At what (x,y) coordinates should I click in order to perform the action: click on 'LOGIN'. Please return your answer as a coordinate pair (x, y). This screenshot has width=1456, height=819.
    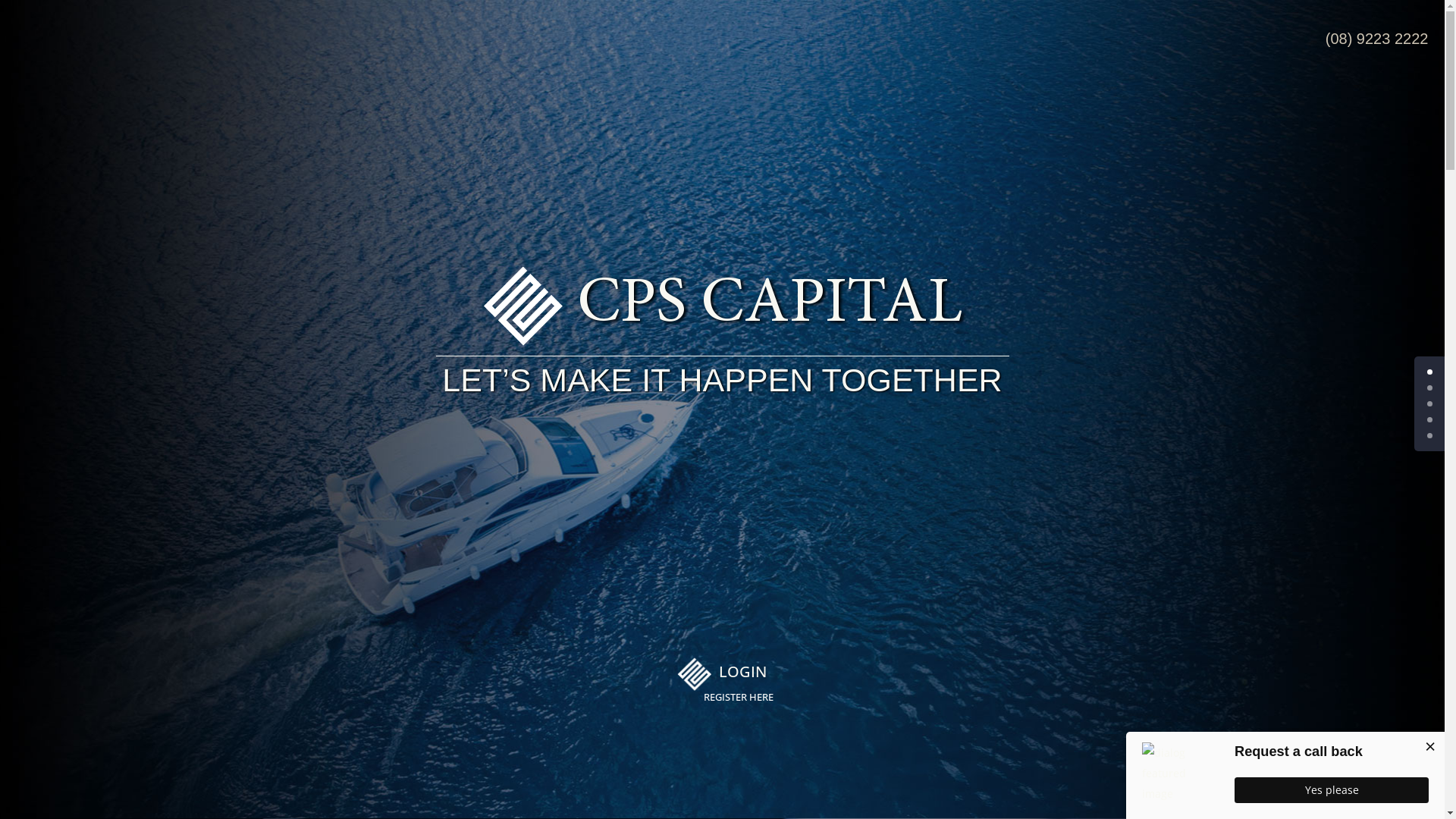
    Looking at the image, I should click on (718, 671).